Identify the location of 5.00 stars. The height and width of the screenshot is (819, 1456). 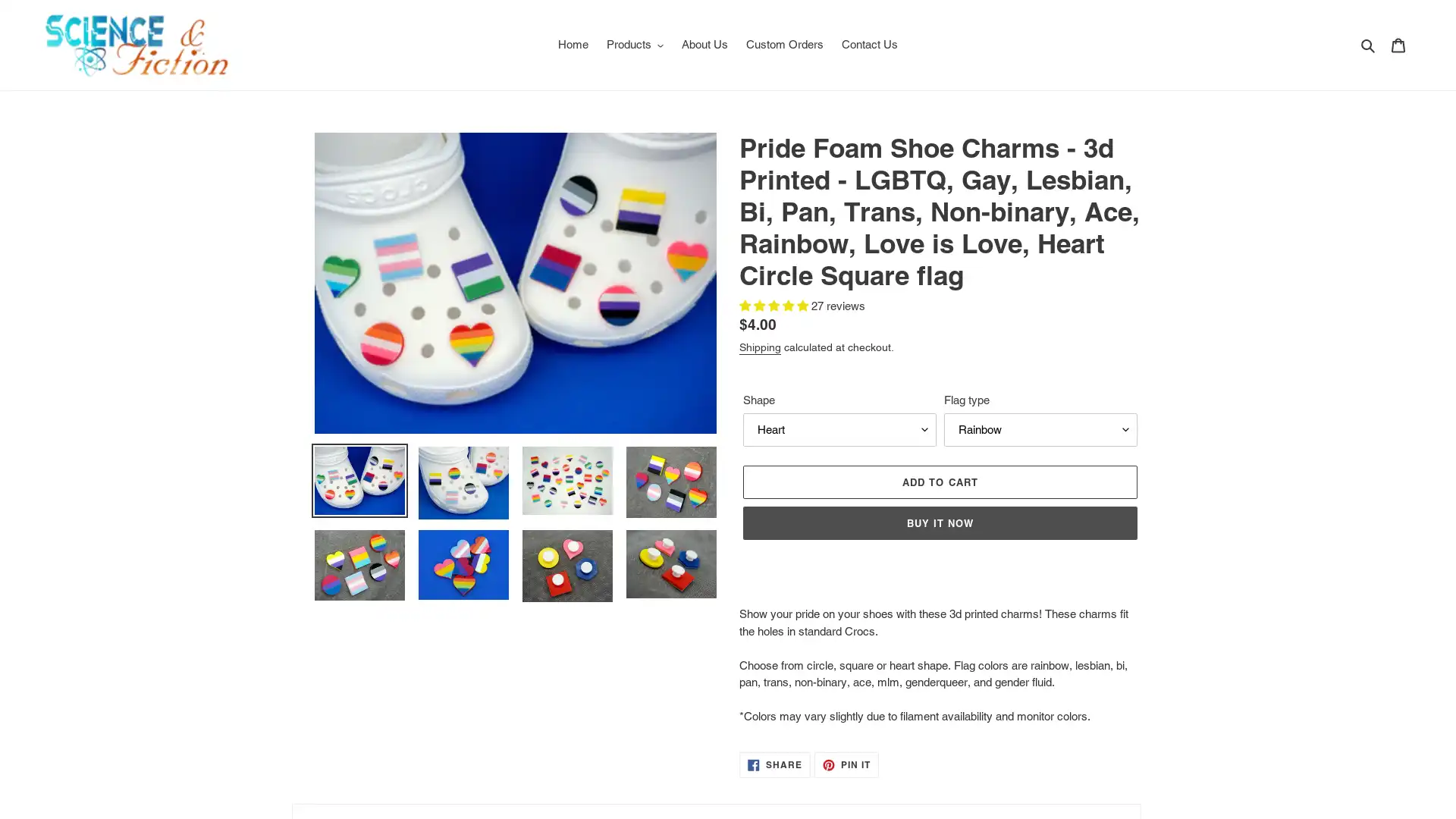
(775, 305).